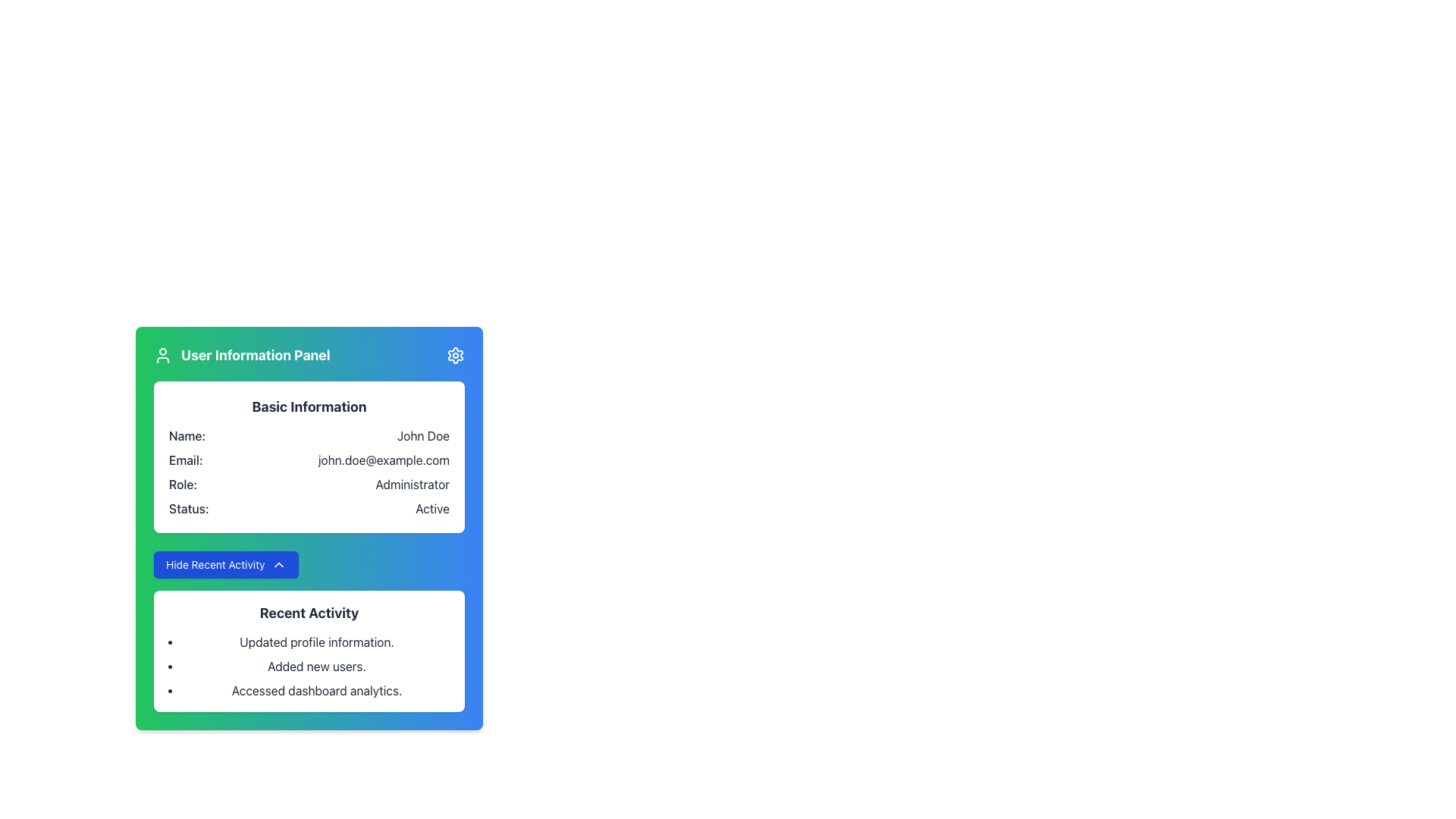 The width and height of the screenshot is (1456, 819). Describe the element at coordinates (315, 666) in the screenshot. I see `the text label displaying 'Added new users' in the Recent Activity list` at that location.